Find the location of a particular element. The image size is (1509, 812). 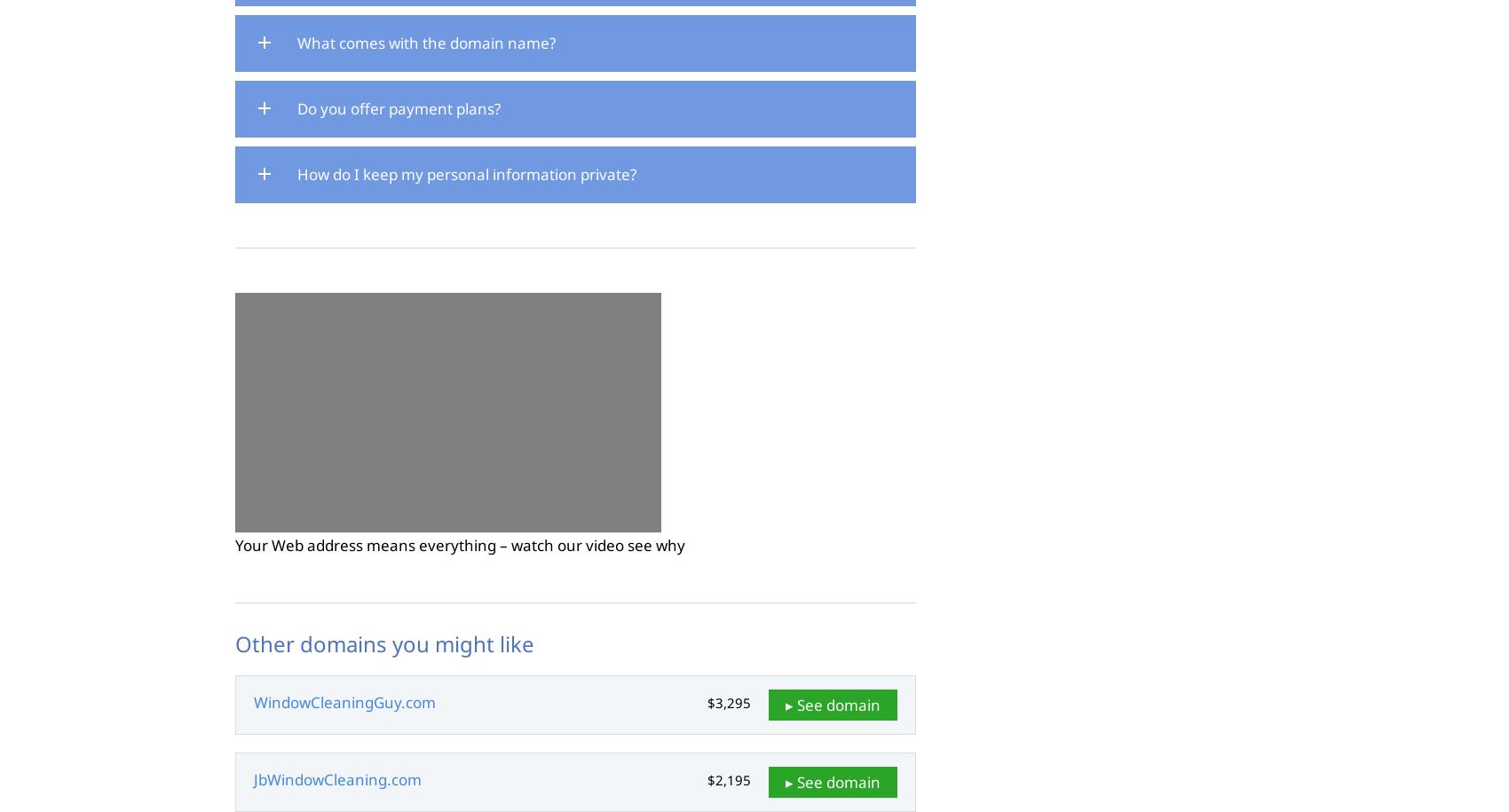

'JbWindowCleaning.com' is located at coordinates (253, 778).